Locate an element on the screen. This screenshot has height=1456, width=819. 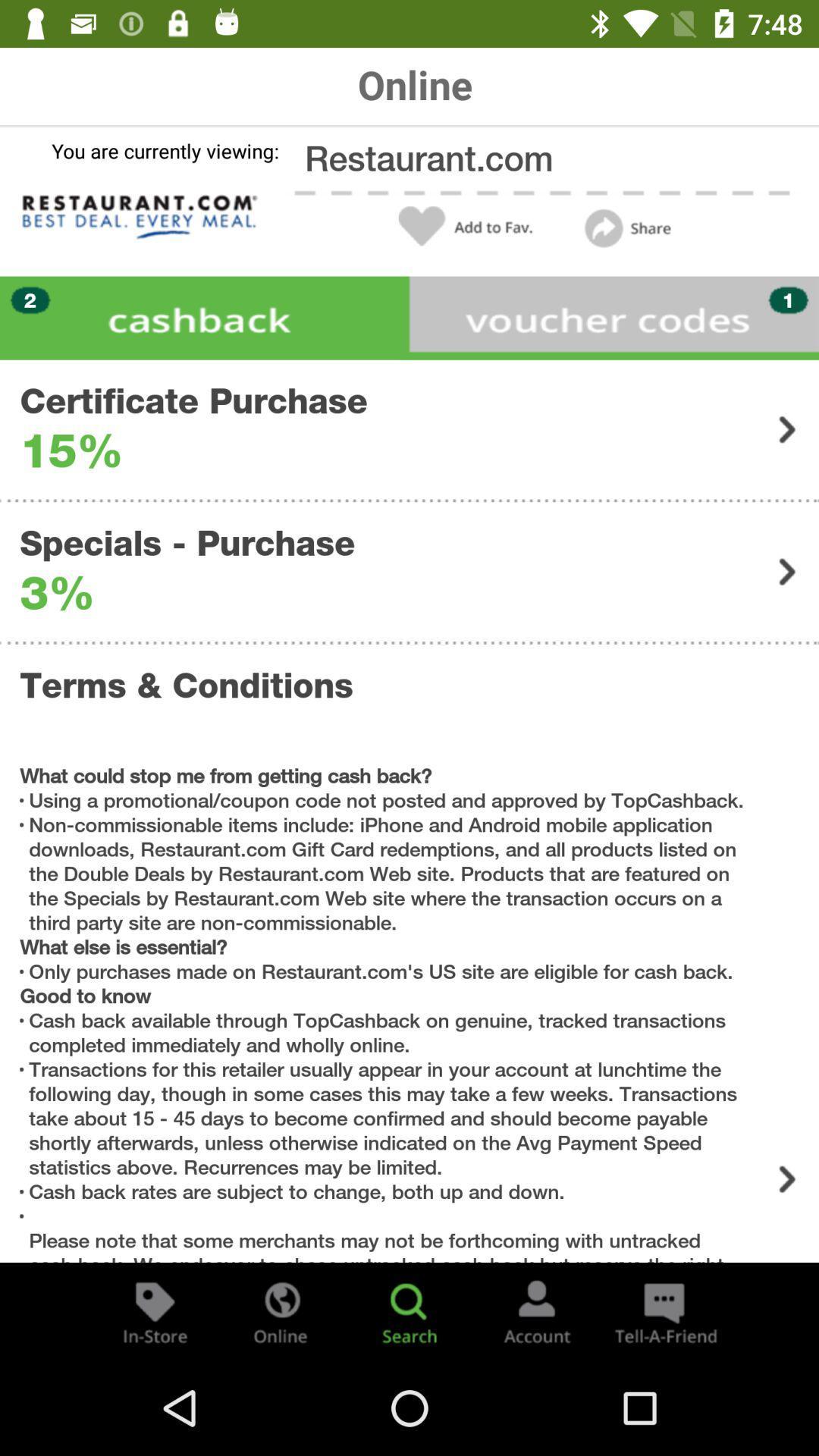
the label icon is located at coordinates (155, 1310).